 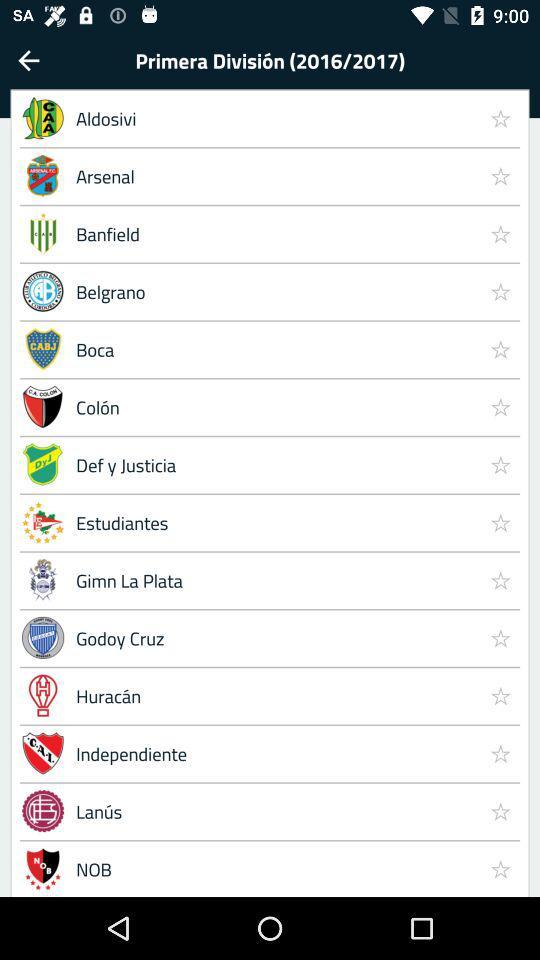 What do you see at coordinates (499, 118) in the screenshot?
I see `the item next to aldosivi icon` at bounding box center [499, 118].